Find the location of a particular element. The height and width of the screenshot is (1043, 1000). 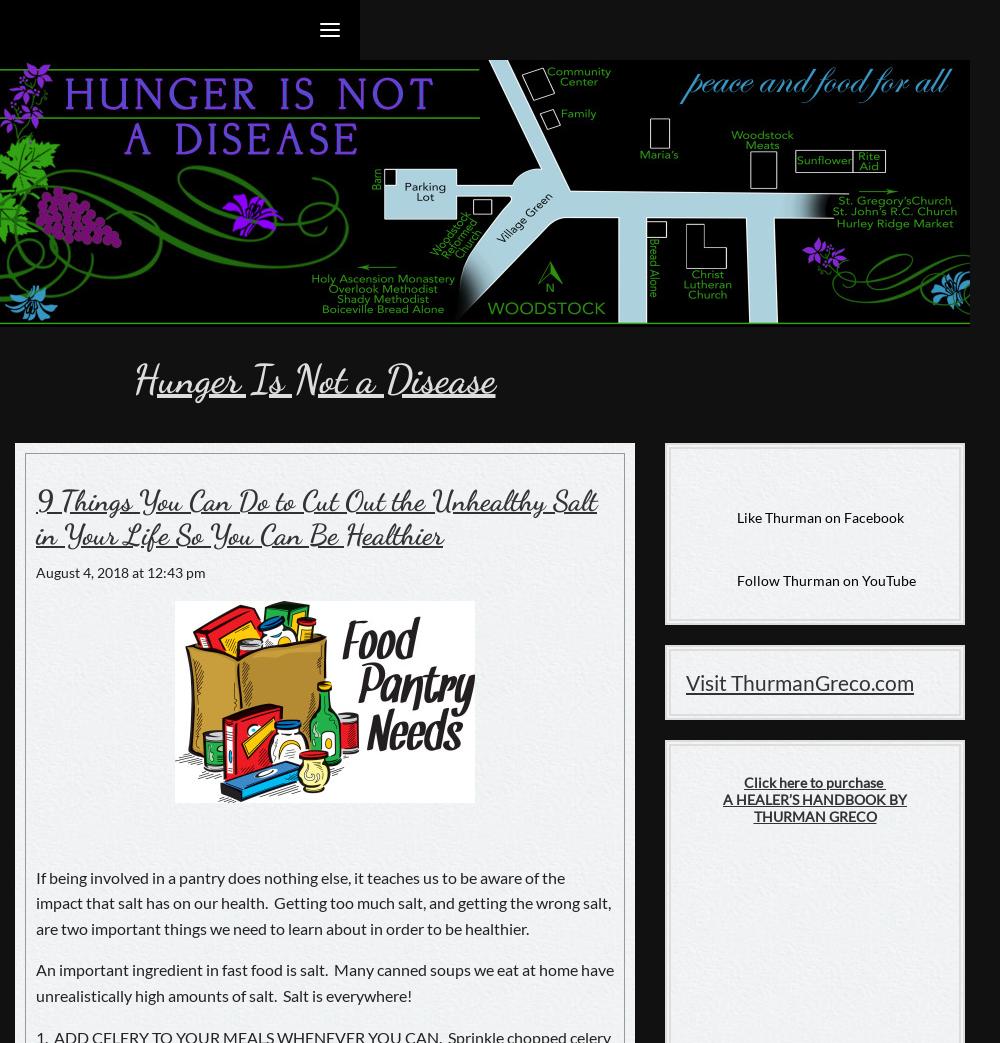

'Follow Thurman on YouTube' is located at coordinates (823, 579).